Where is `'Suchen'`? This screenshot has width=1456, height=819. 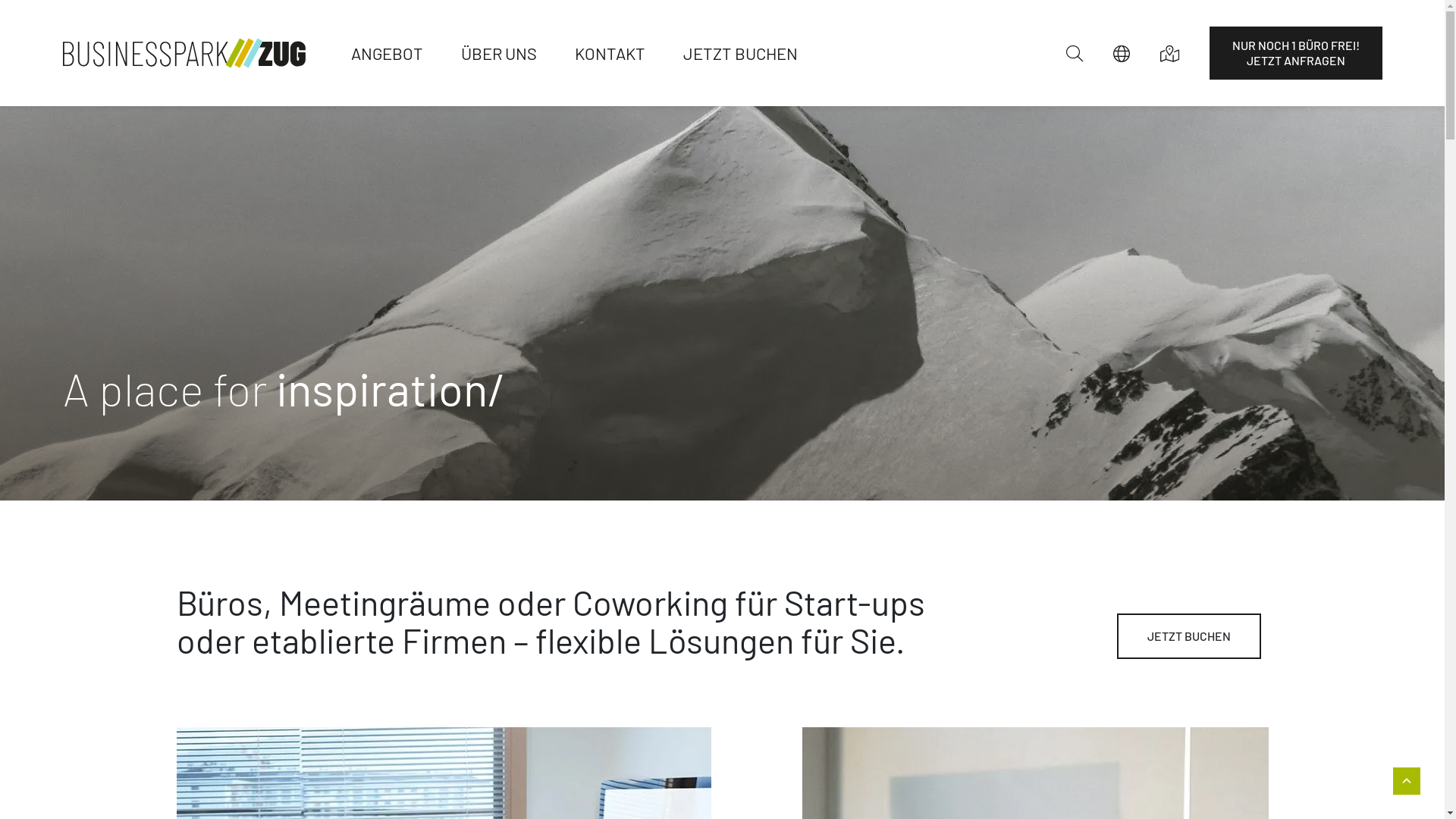
'Suchen' is located at coordinates (1065, 52).